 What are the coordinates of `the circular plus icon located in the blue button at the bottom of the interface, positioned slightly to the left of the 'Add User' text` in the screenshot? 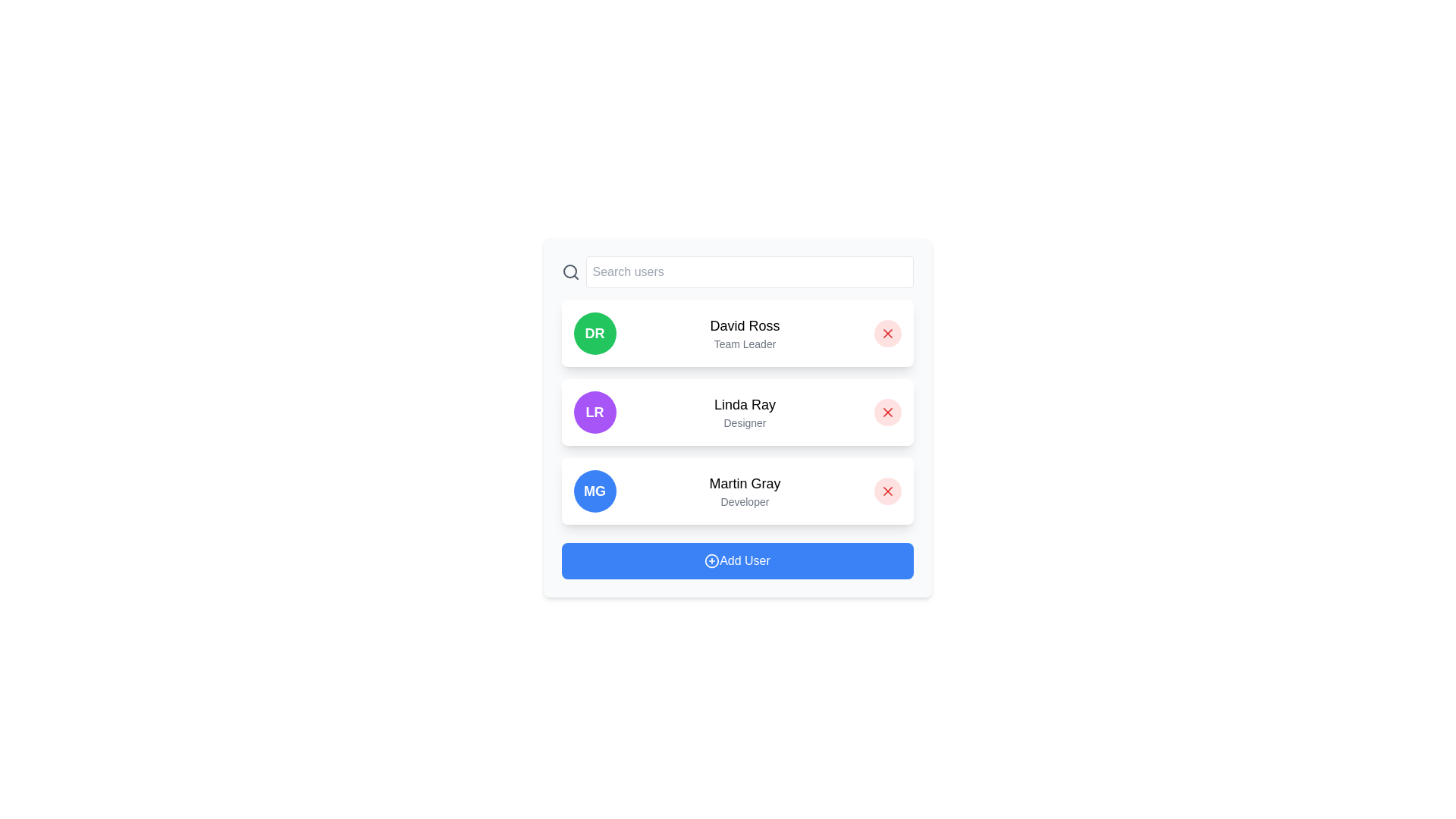 It's located at (711, 561).